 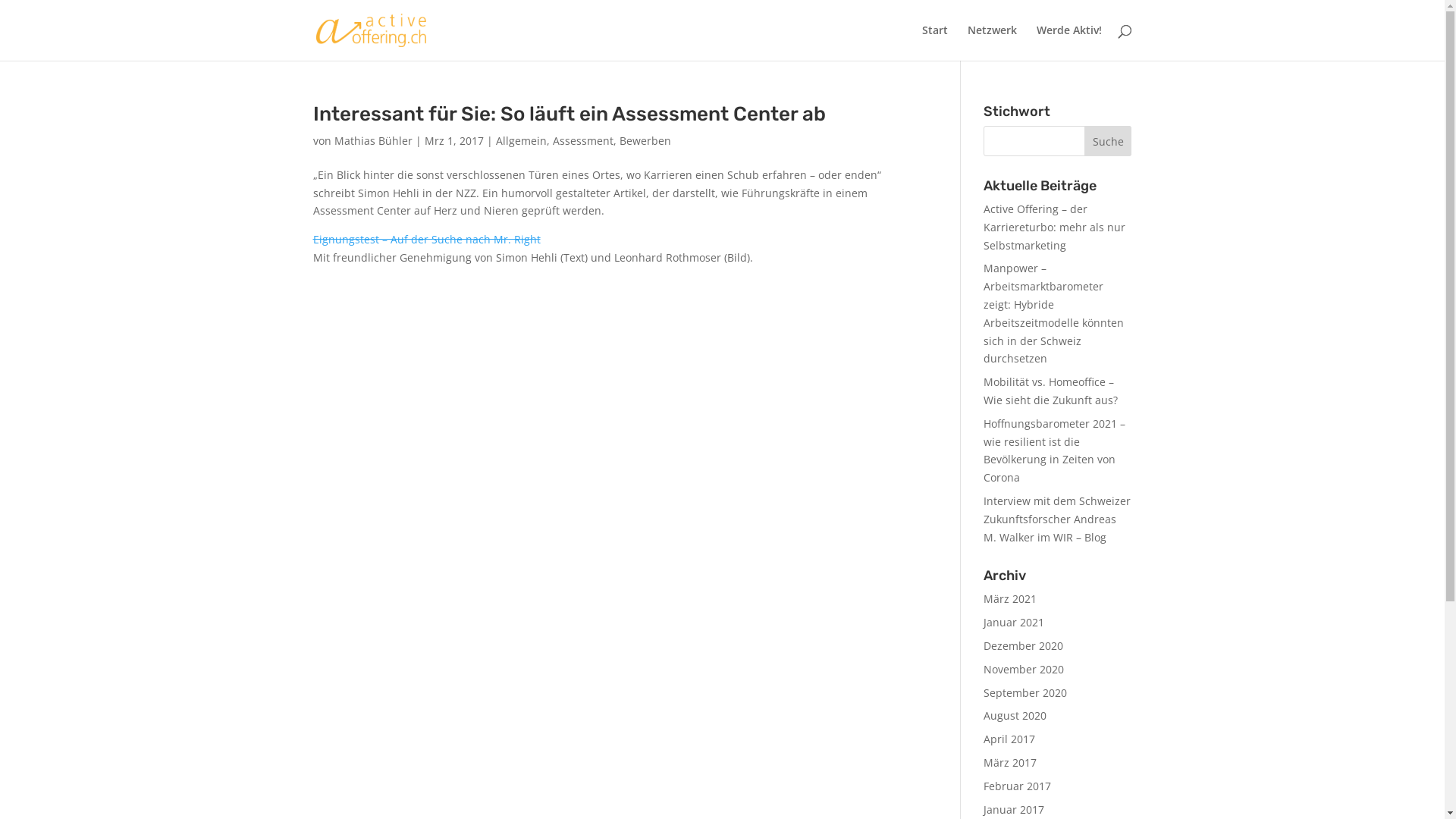 I want to click on 'Januar 2021', so click(x=1014, y=622).